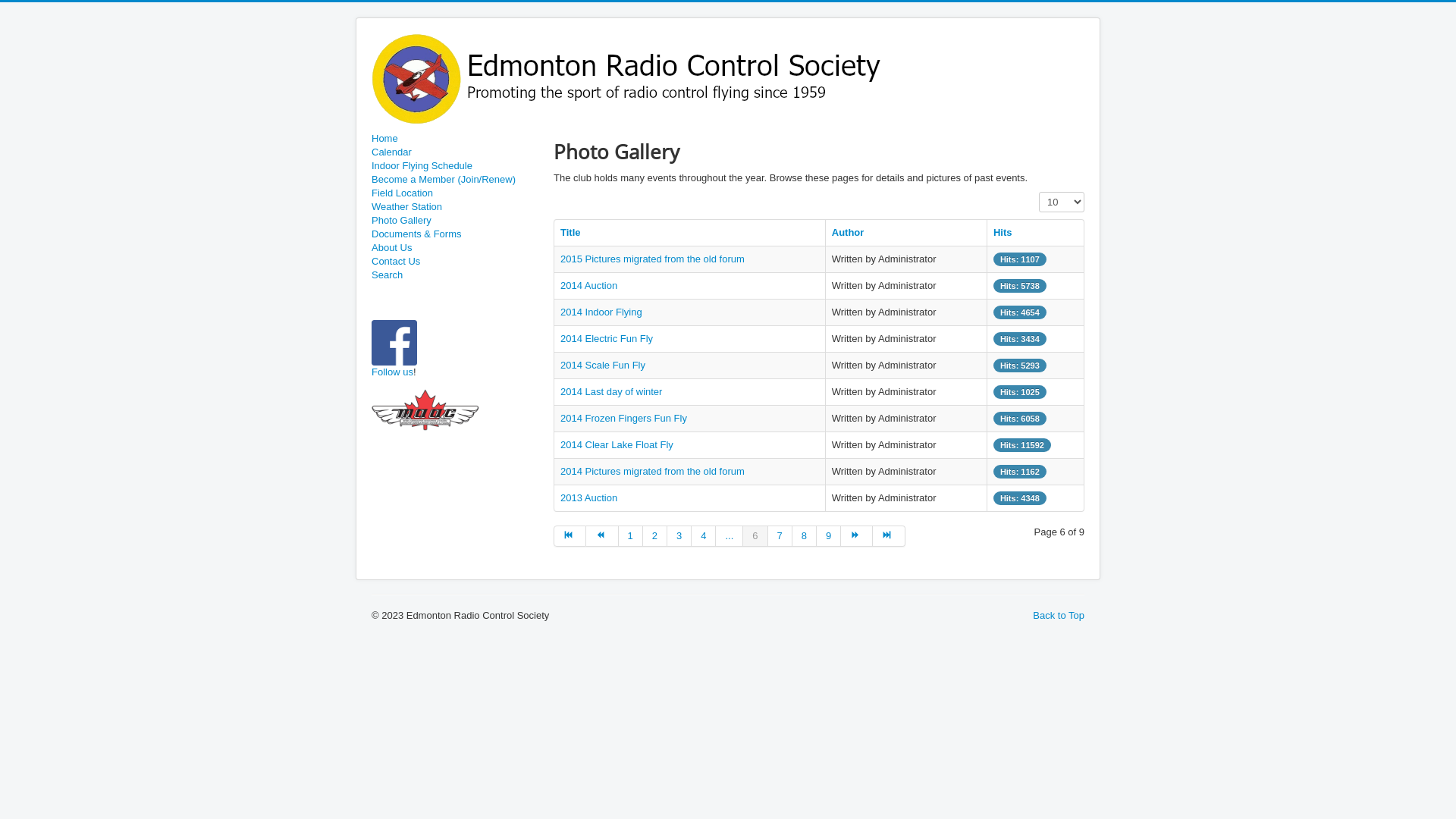 This screenshot has width=1456, height=819. What do you see at coordinates (847, 232) in the screenshot?
I see `'Author'` at bounding box center [847, 232].